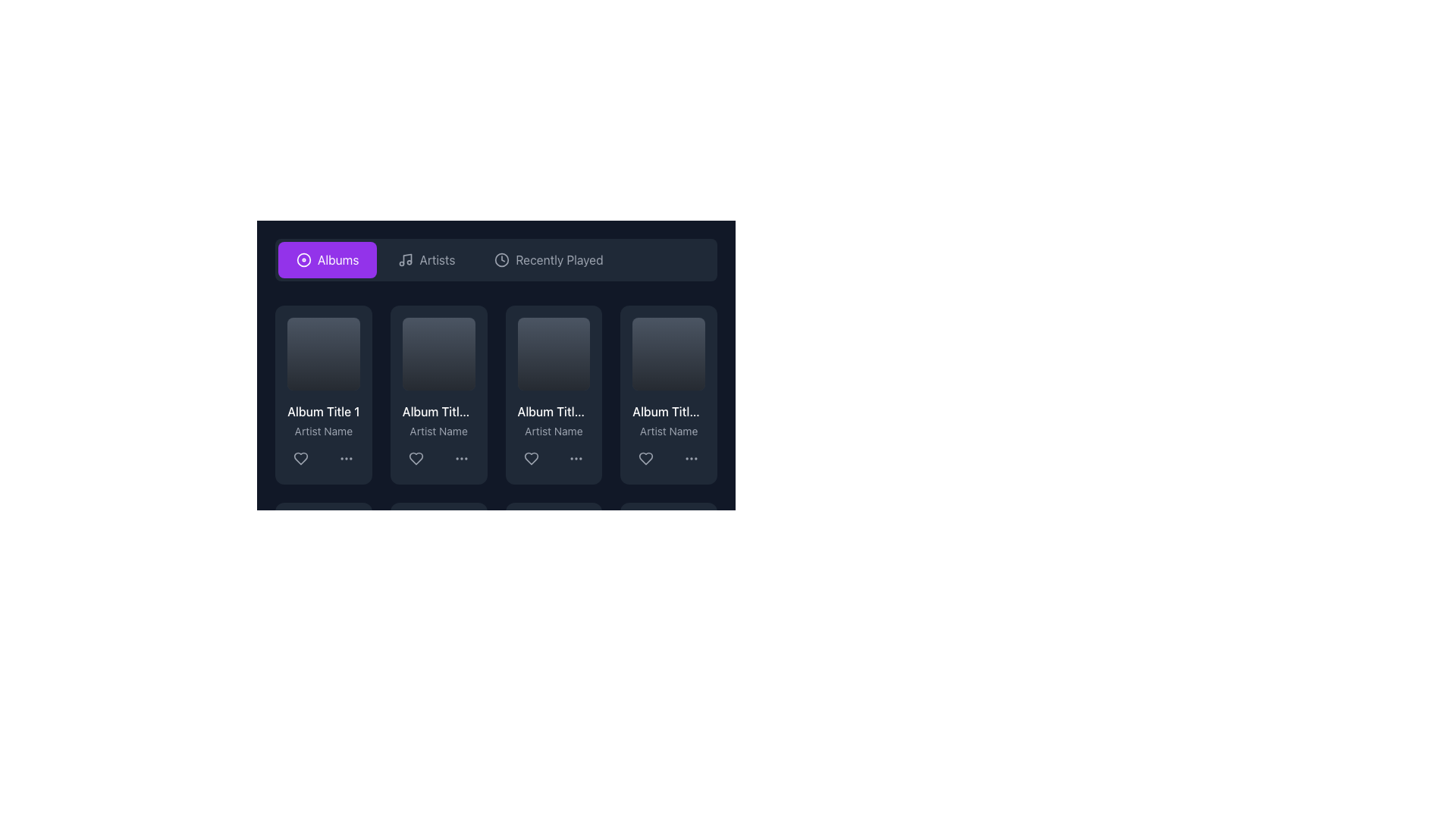  What do you see at coordinates (301, 457) in the screenshot?
I see `the heart-shaped icon button located in the first column beneath the album title` at bounding box center [301, 457].